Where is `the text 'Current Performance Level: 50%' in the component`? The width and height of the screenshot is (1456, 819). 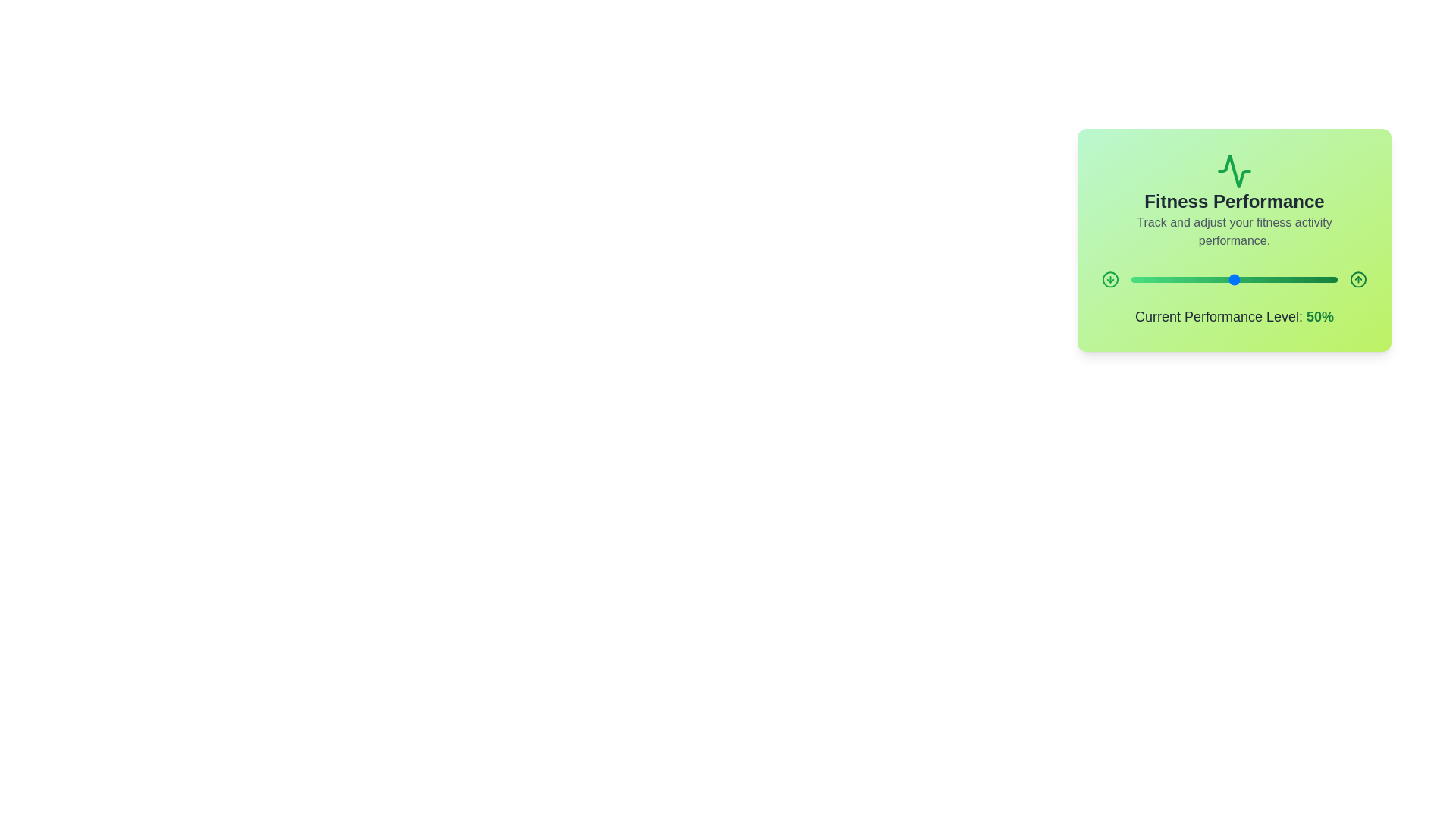 the text 'Current Performance Level: 50%' in the component is located at coordinates (1234, 298).